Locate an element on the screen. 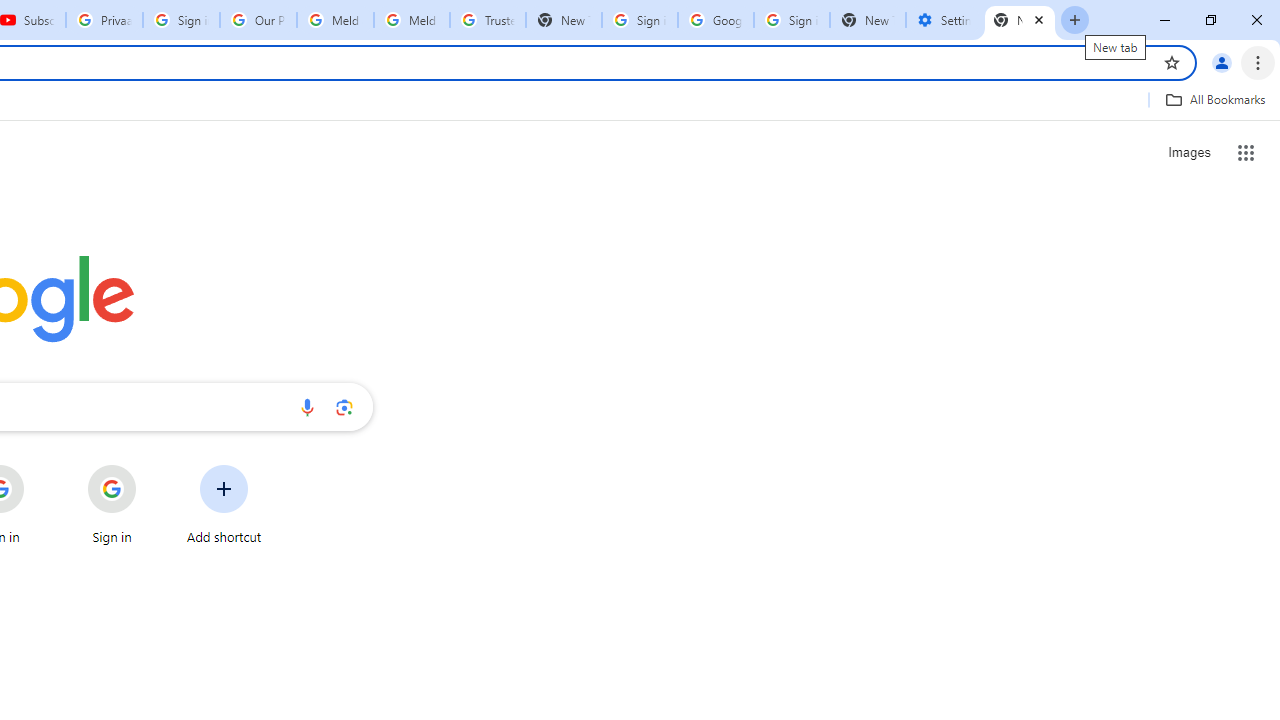 The height and width of the screenshot is (720, 1280). 'More actions for Sign in shortcut' is located at coordinates (151, 466).